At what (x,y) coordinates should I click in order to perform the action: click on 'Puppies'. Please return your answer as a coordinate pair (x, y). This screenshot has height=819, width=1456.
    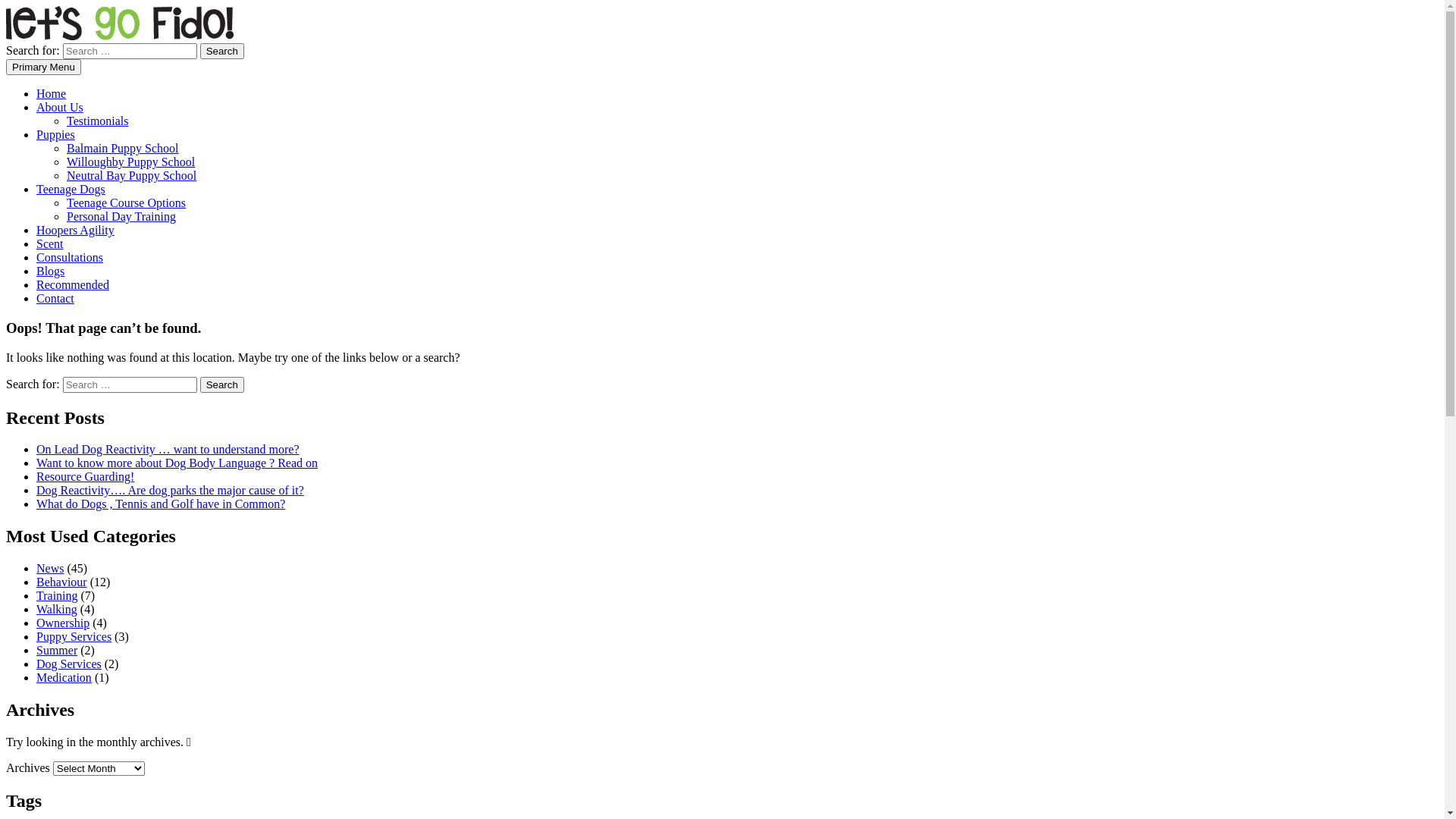
    Looking at the image, I should click on (55, 133).